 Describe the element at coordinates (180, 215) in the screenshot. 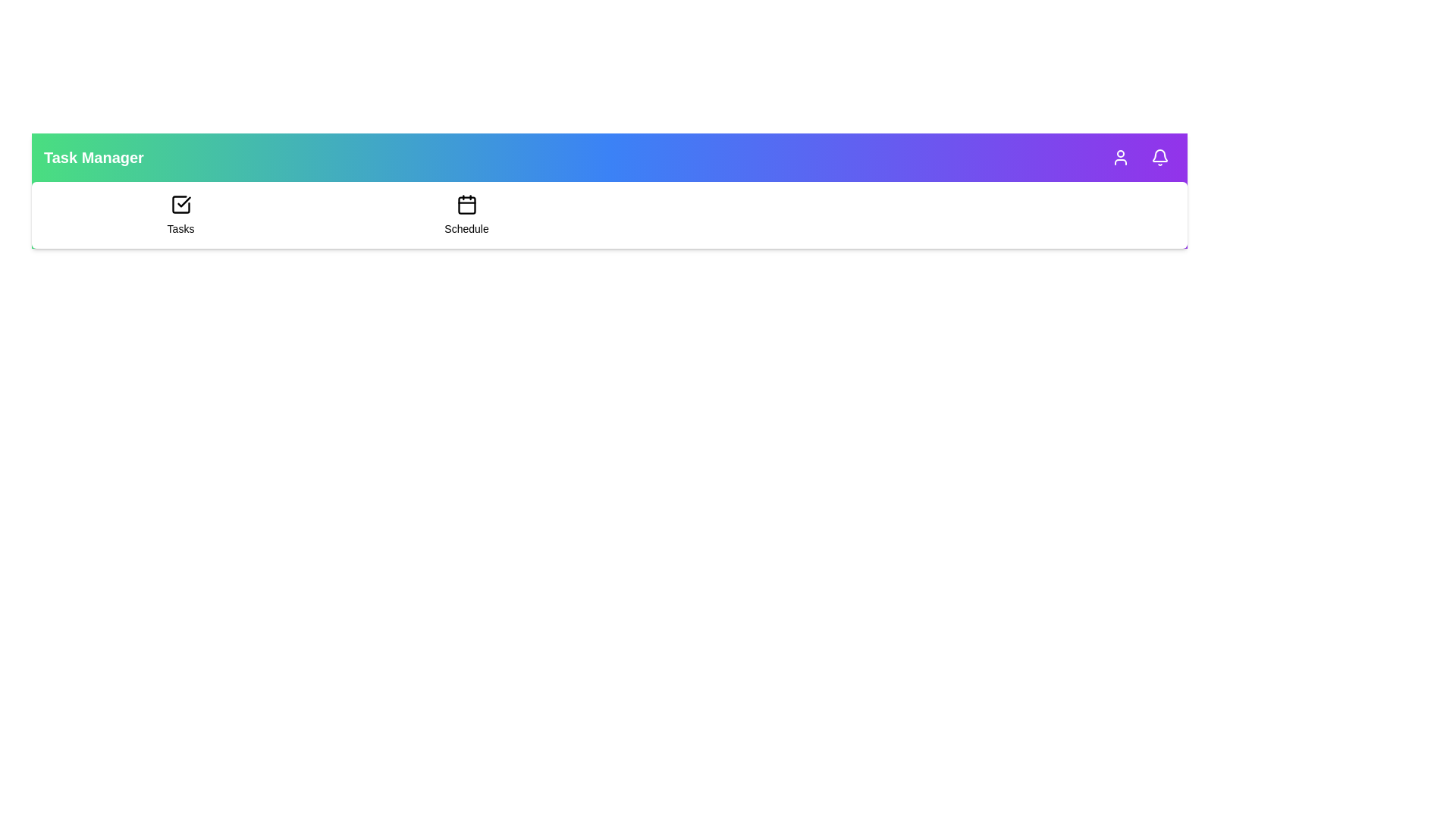

I see `the 'Tasks' item to select it` at that location.